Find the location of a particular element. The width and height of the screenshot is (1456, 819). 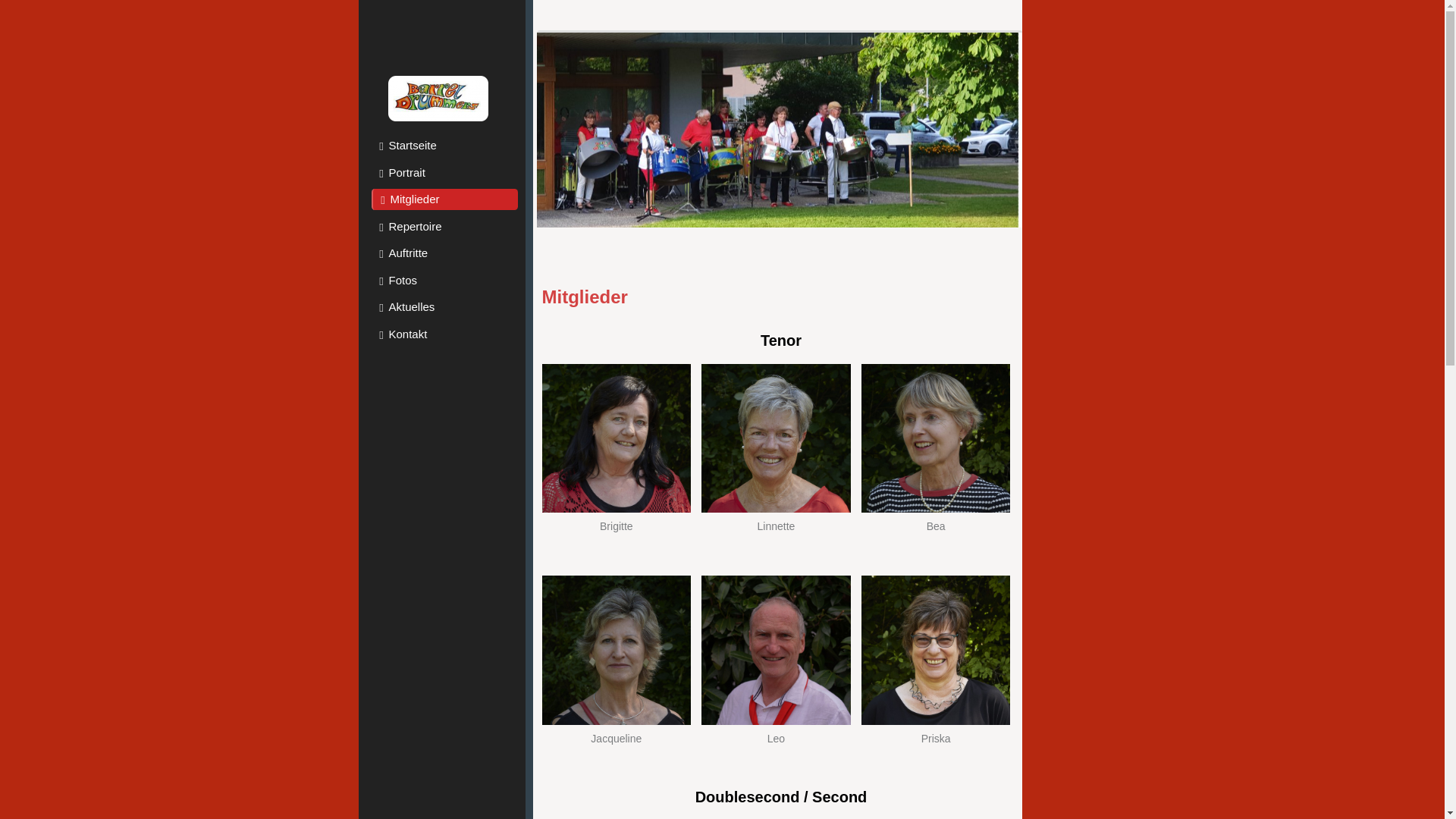

'Startseite' is located at coordinates (371, 146).